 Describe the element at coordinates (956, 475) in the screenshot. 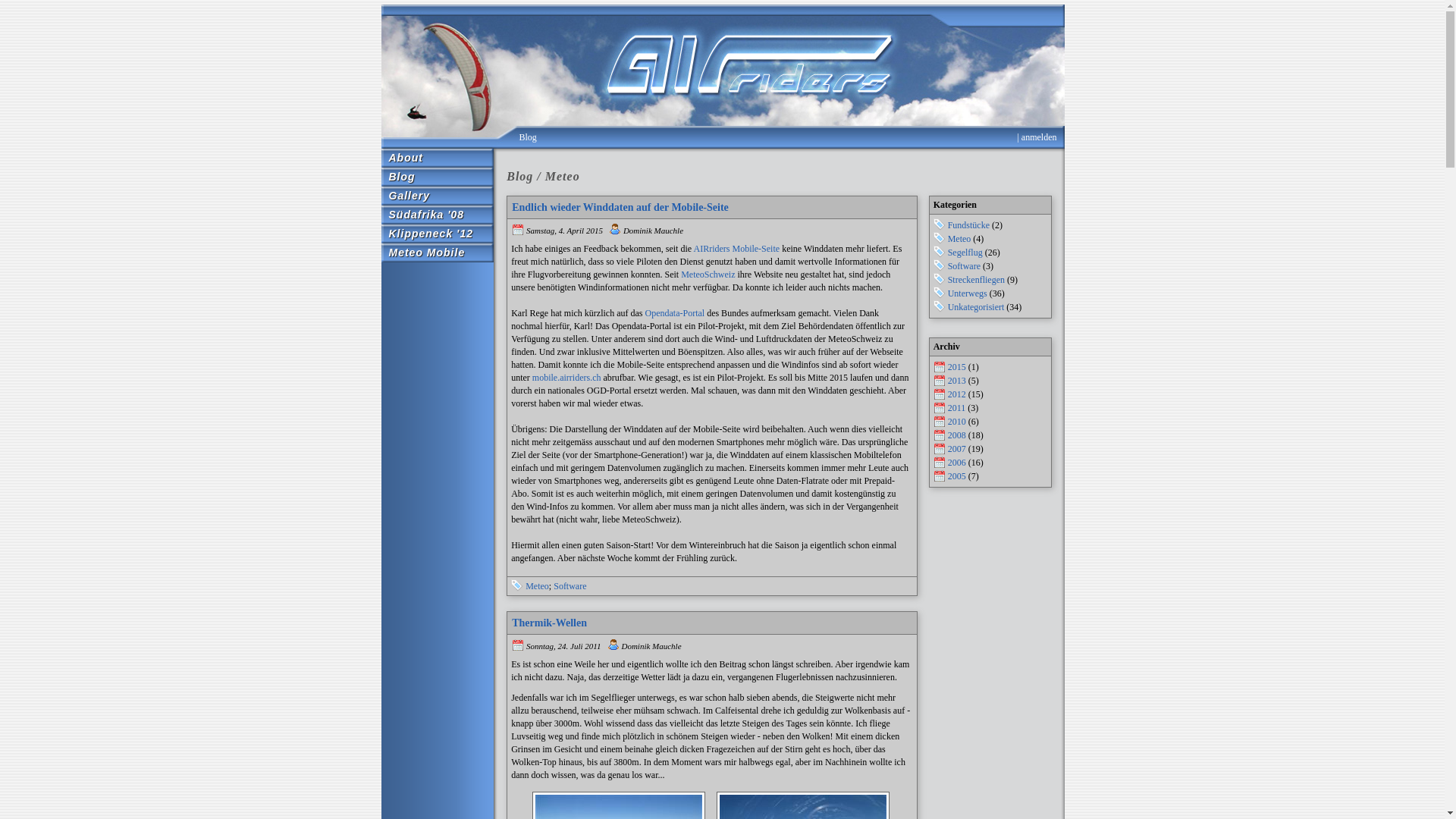

I see `'2005'` at that location.